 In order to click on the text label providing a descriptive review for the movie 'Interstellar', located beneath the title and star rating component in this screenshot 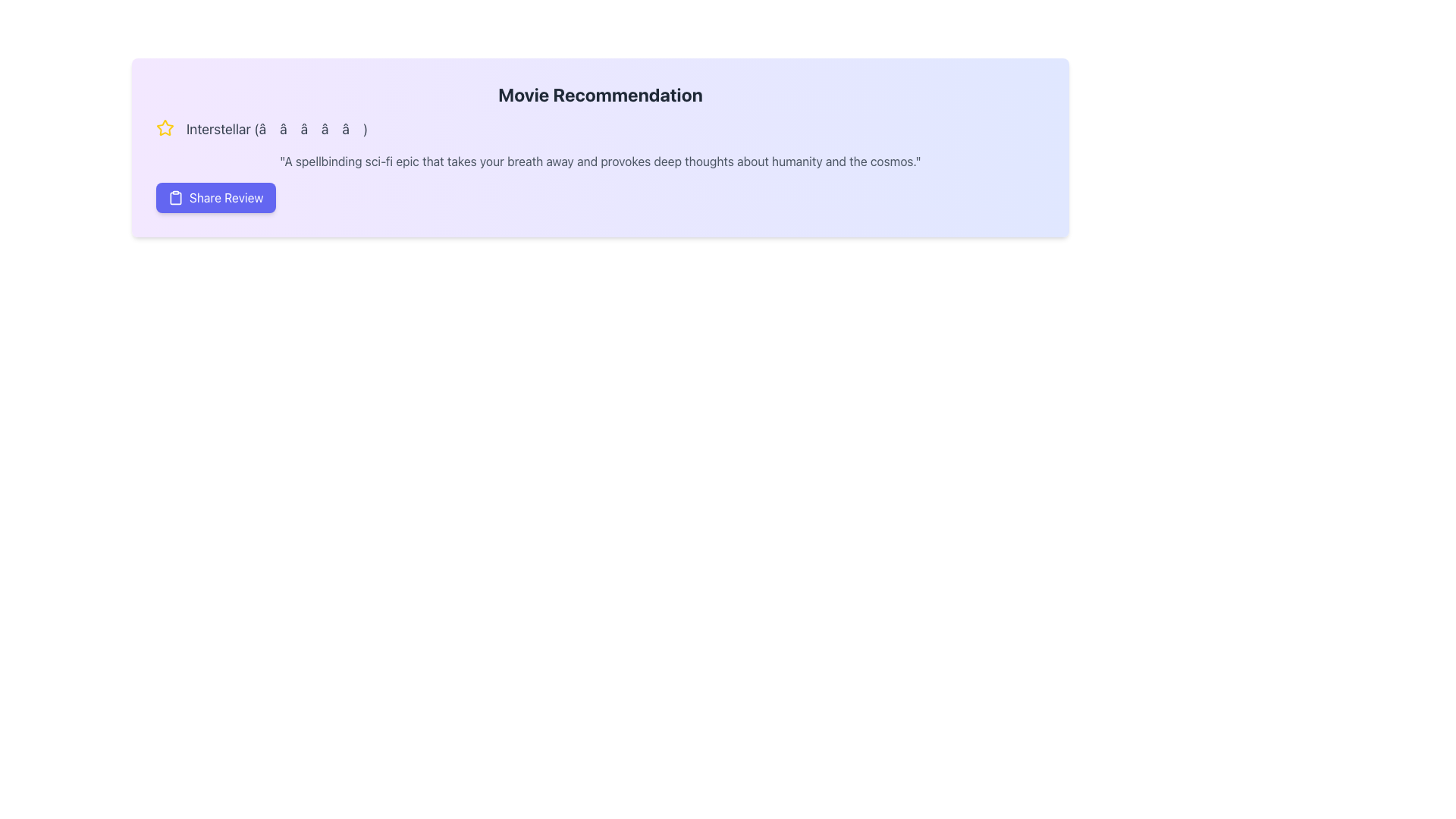, I will do `click(600, 161)`.